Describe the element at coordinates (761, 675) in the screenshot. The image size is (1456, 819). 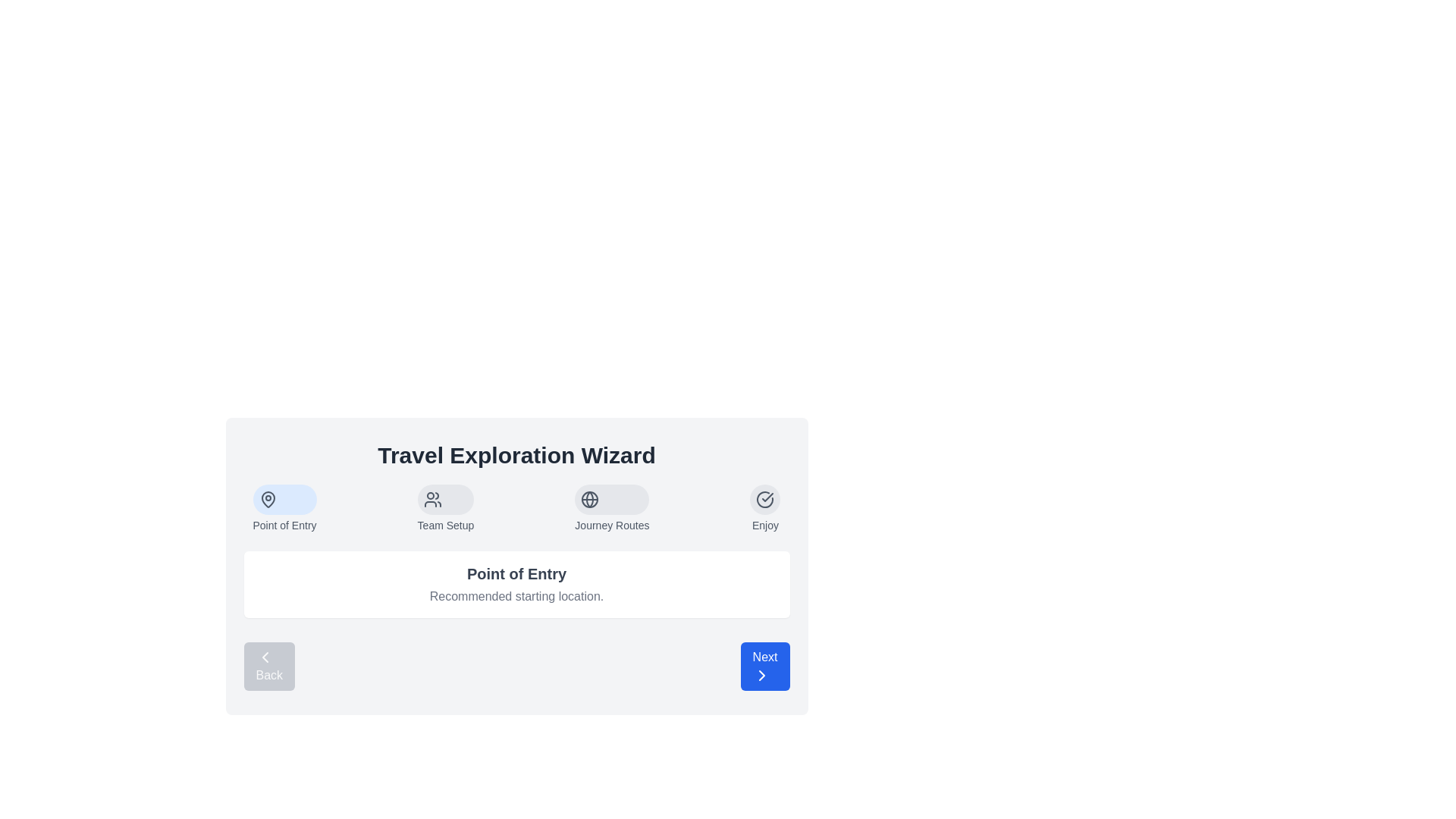
I see `the chevron icon indicating forward navigation associated with the 'Next' button at the bottom-right corner of the interface to proceed` at that location.